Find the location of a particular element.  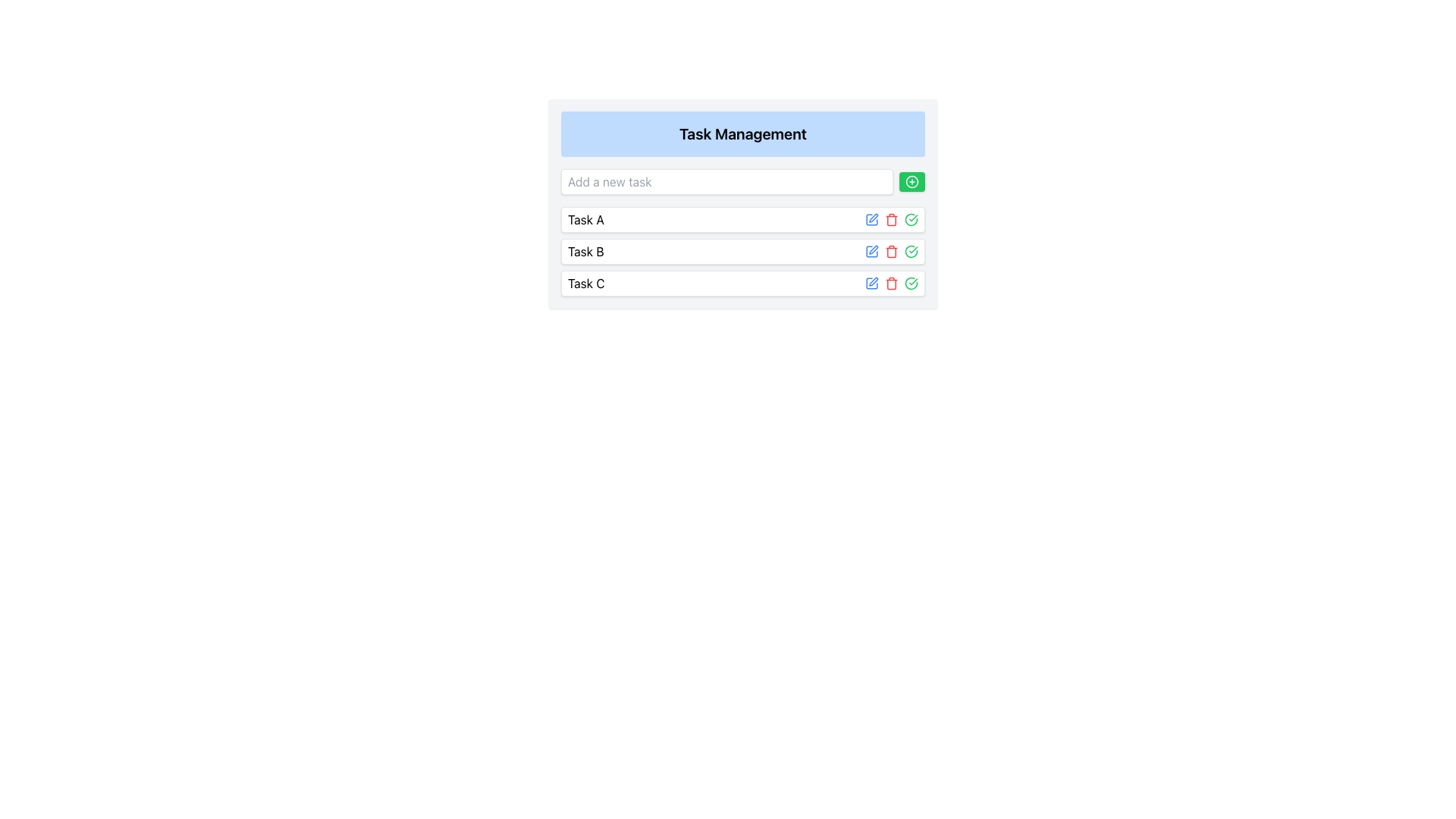

the 'Task B' text label, which is the second item in a vertical list of tasks in the task management interface is located at coordinates (585, 250).